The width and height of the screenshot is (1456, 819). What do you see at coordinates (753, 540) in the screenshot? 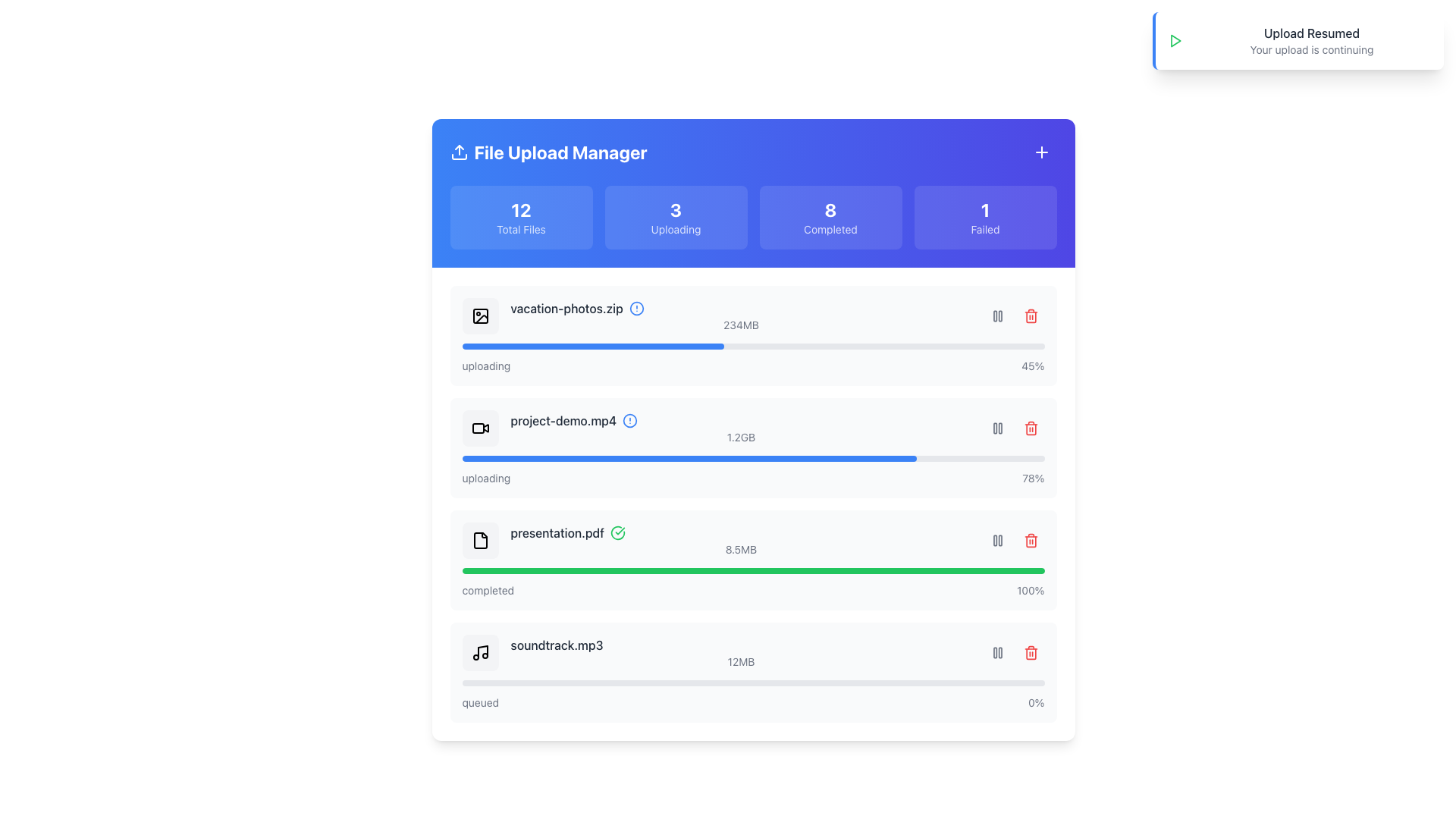
I see `the third entry in the file list, which displays information about a file including its name, size, and status, indicated by a green checkmark for successful completion` at bounding box center [753, 540].